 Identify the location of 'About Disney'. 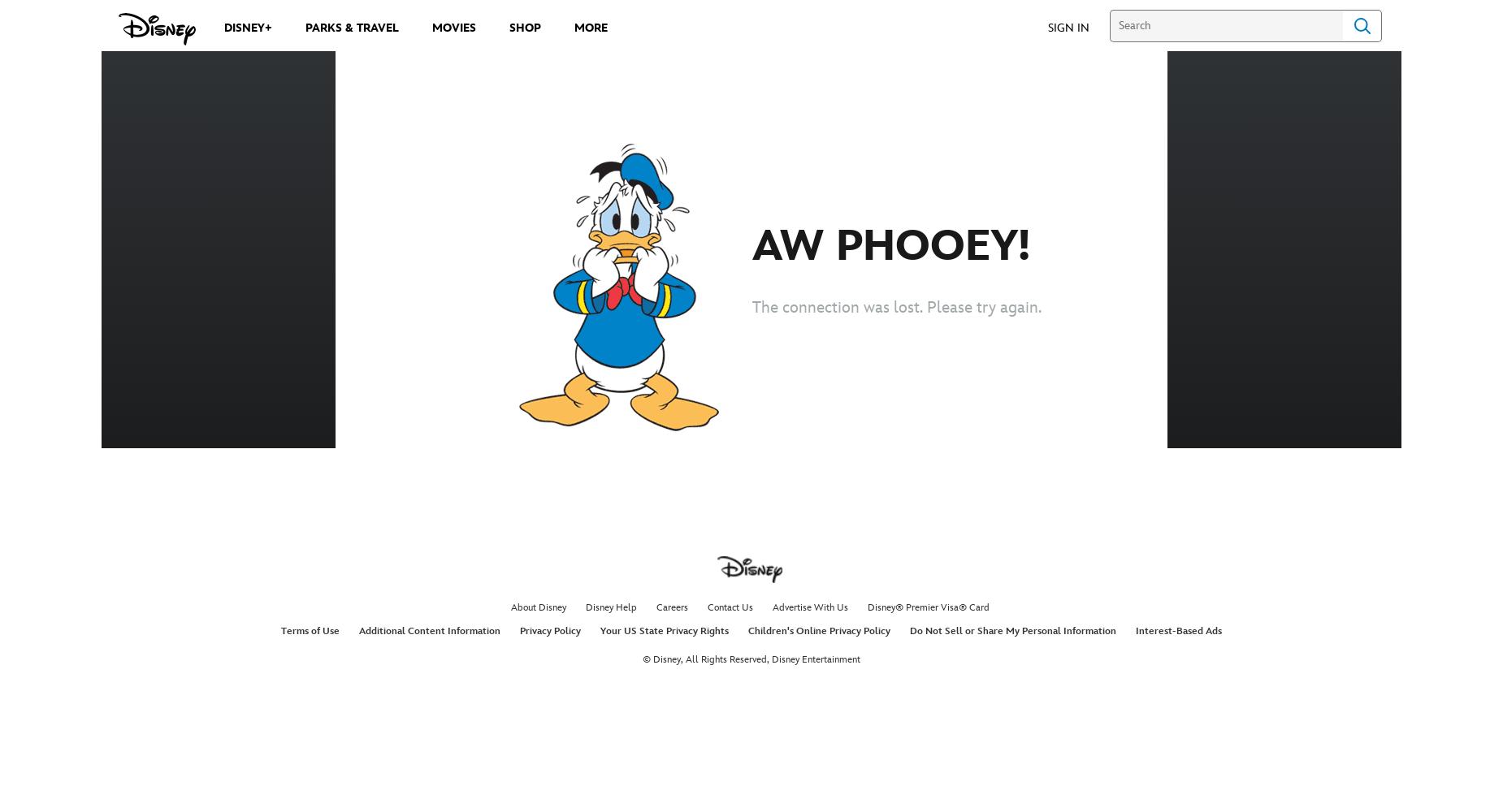
(537, 607).